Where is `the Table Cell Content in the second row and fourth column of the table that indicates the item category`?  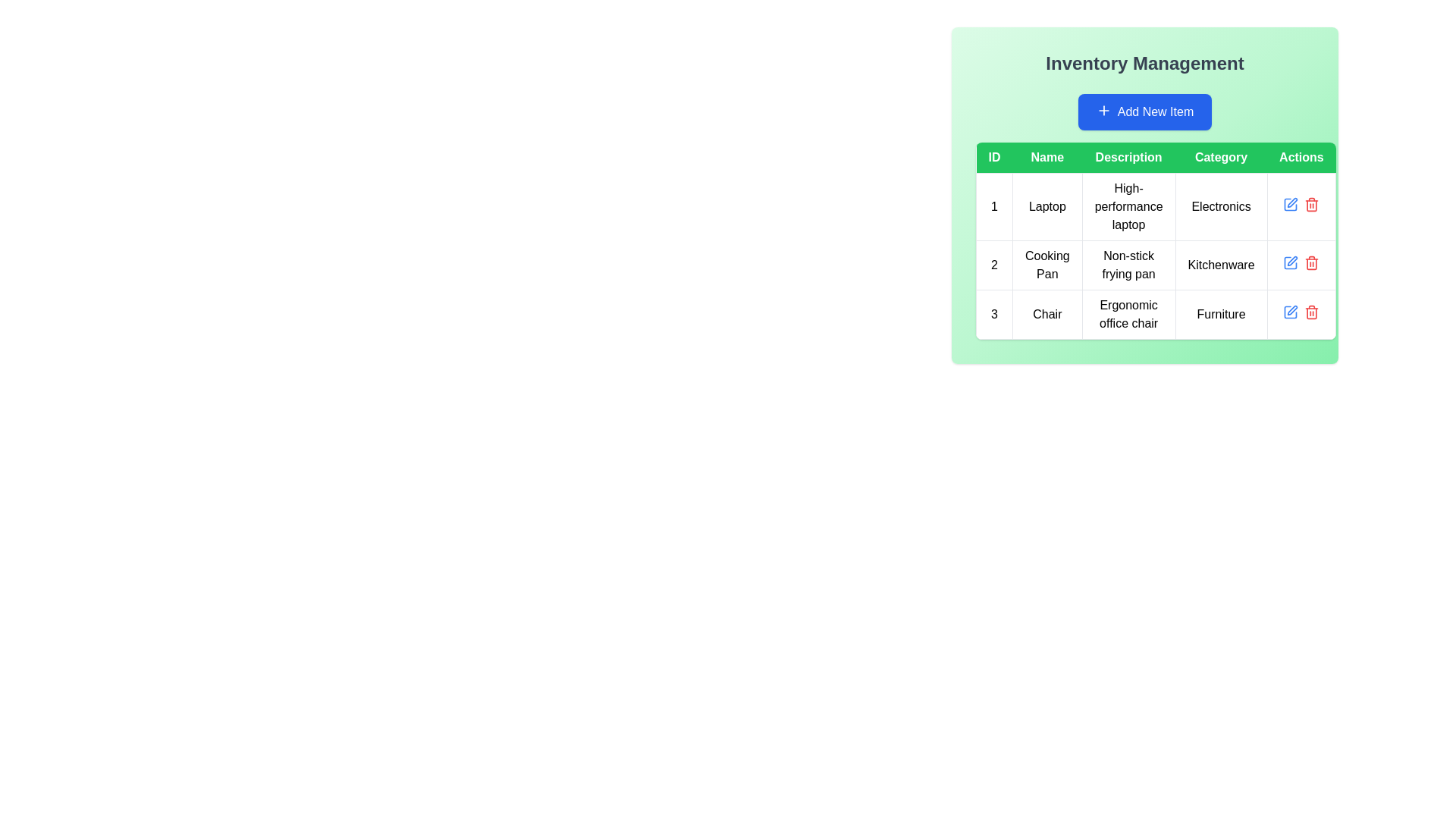
the Table Cell Content in the second row and fourth column of the table that indicates the item category is located at coordinates (1221, 265).